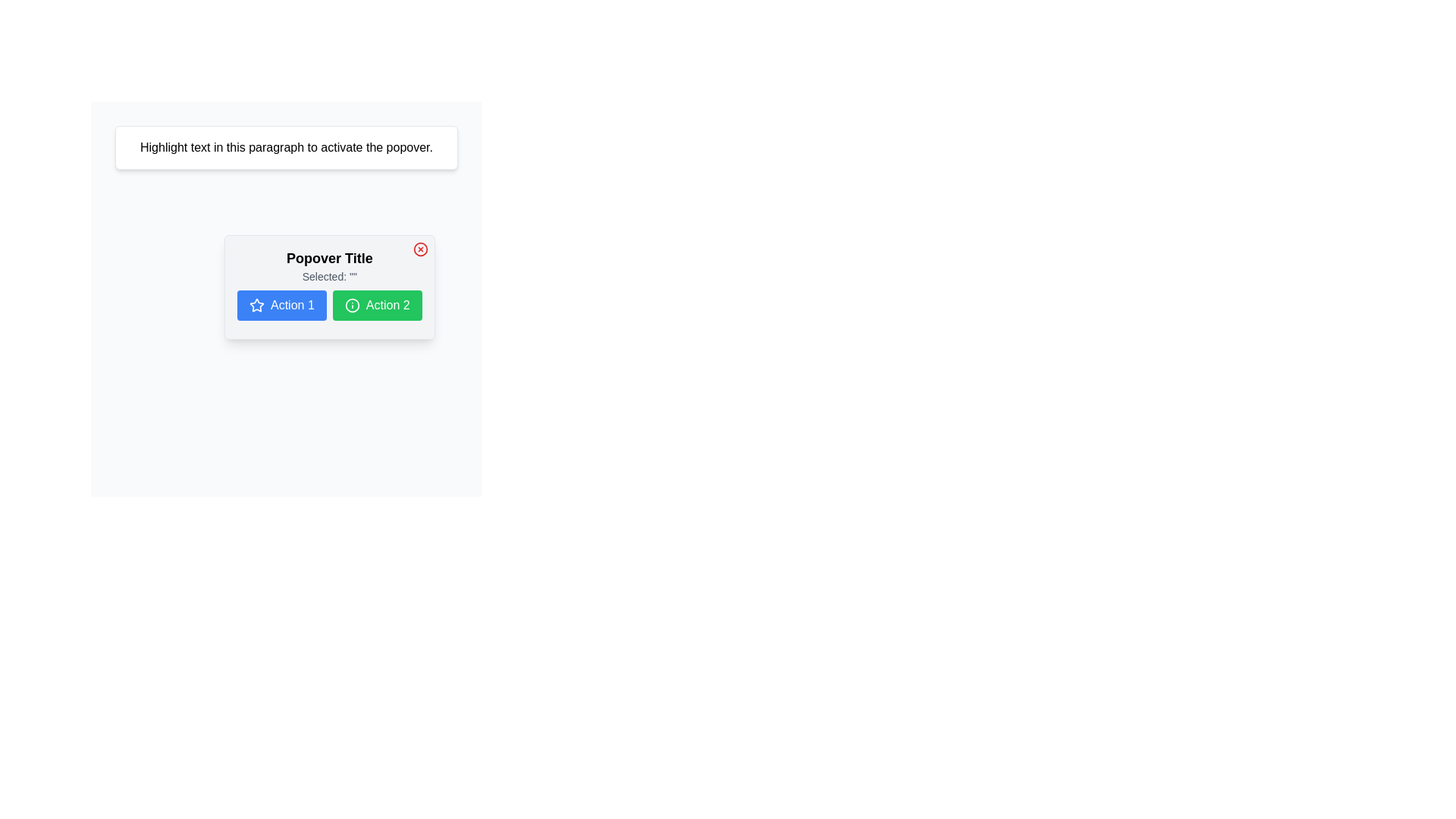 This screenshot has width=1456, height=819. I want to click on the star-shaped blue icon located to the left of the 'Action 1' button text, so click(257, 305).